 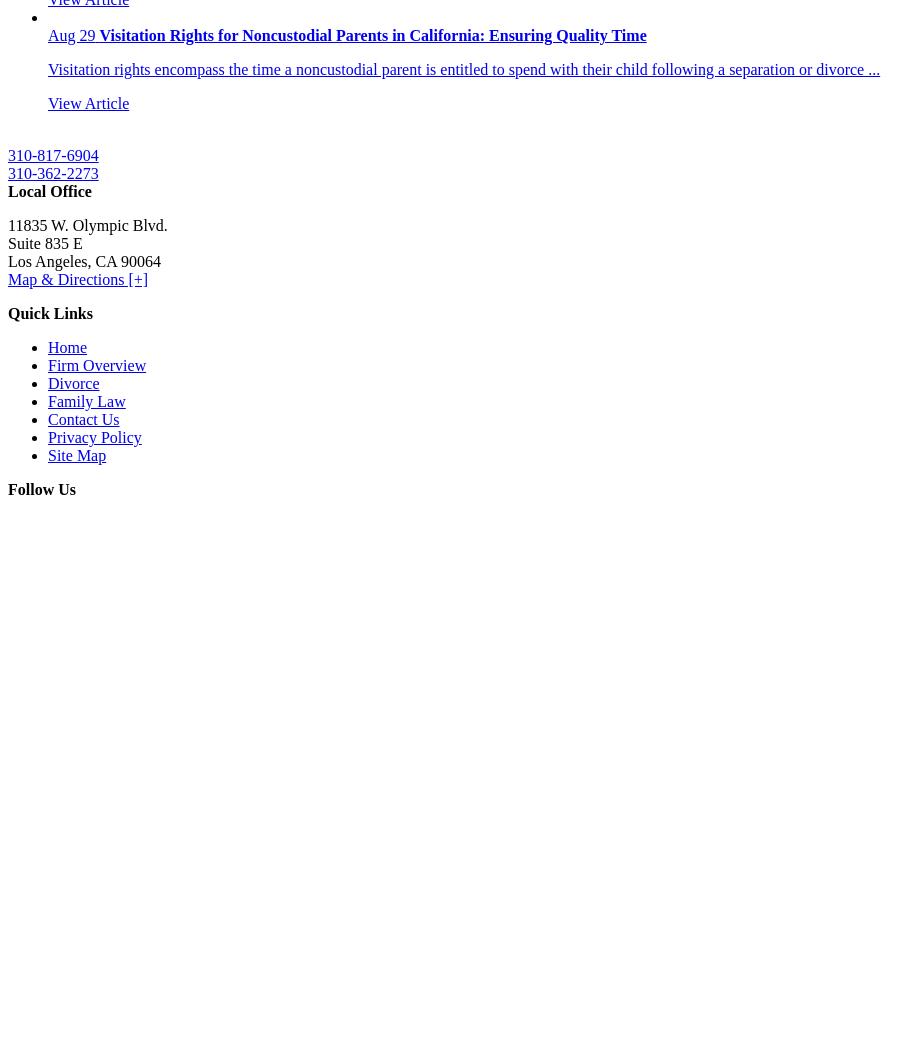 I want to click on 'Follow Us', so click(x=41, y=489).